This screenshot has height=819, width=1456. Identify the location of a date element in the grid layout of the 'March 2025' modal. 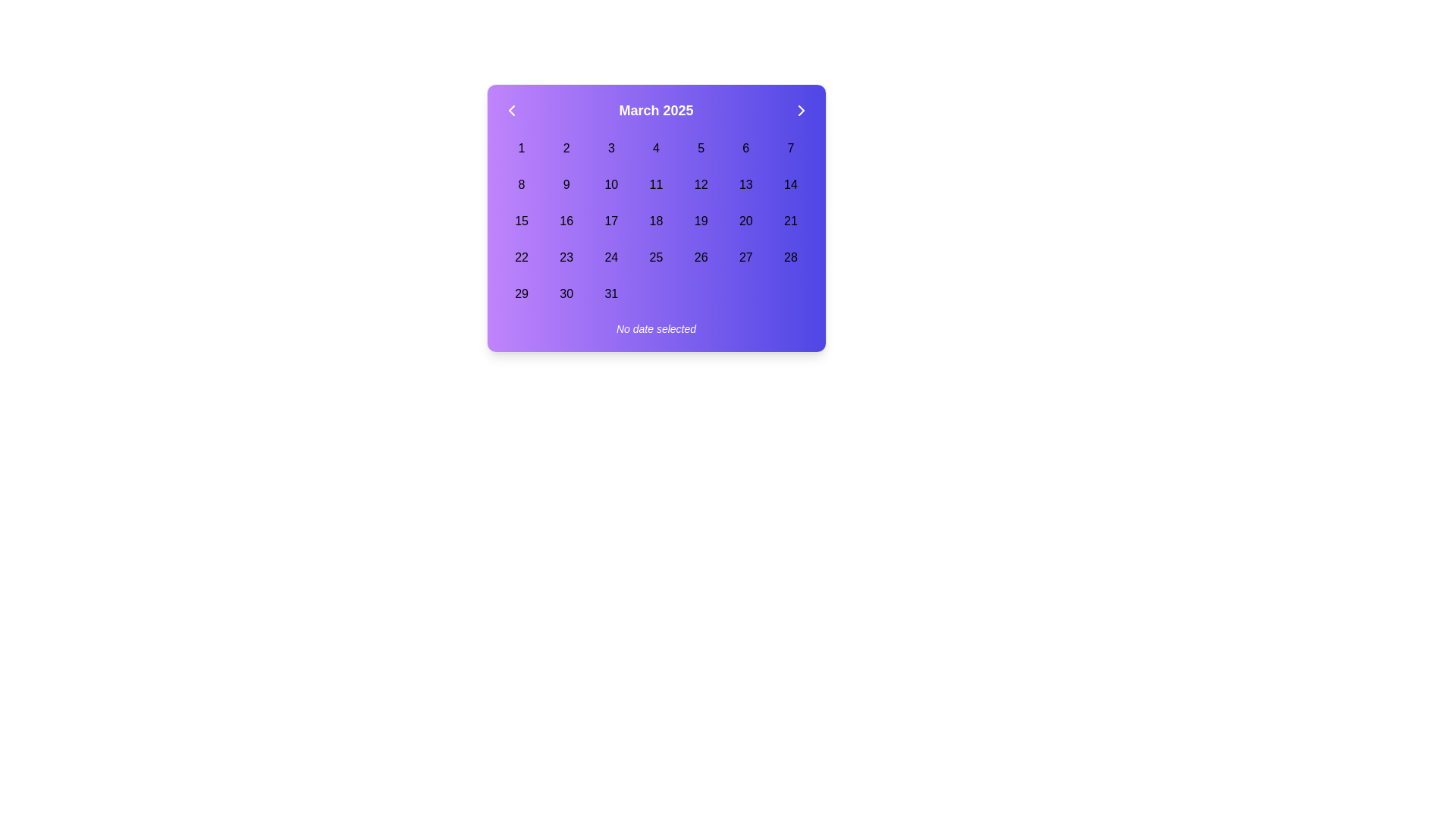
(656, 221).